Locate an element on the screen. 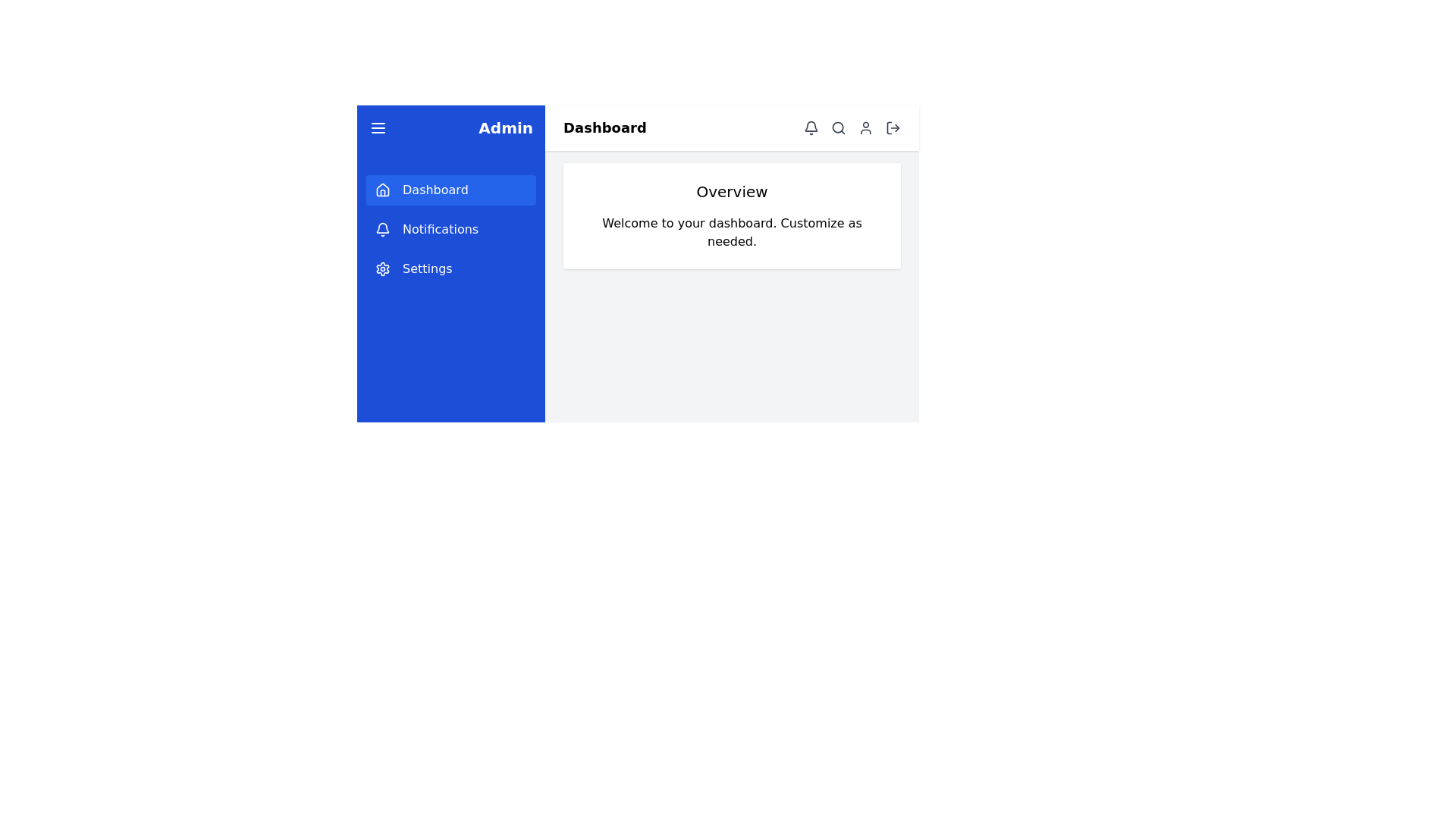  the house-shaped icon located in the sidebar navigation menu, which is positioned to the left of the 'Dashboard' label is located at coordinates (382, 189).